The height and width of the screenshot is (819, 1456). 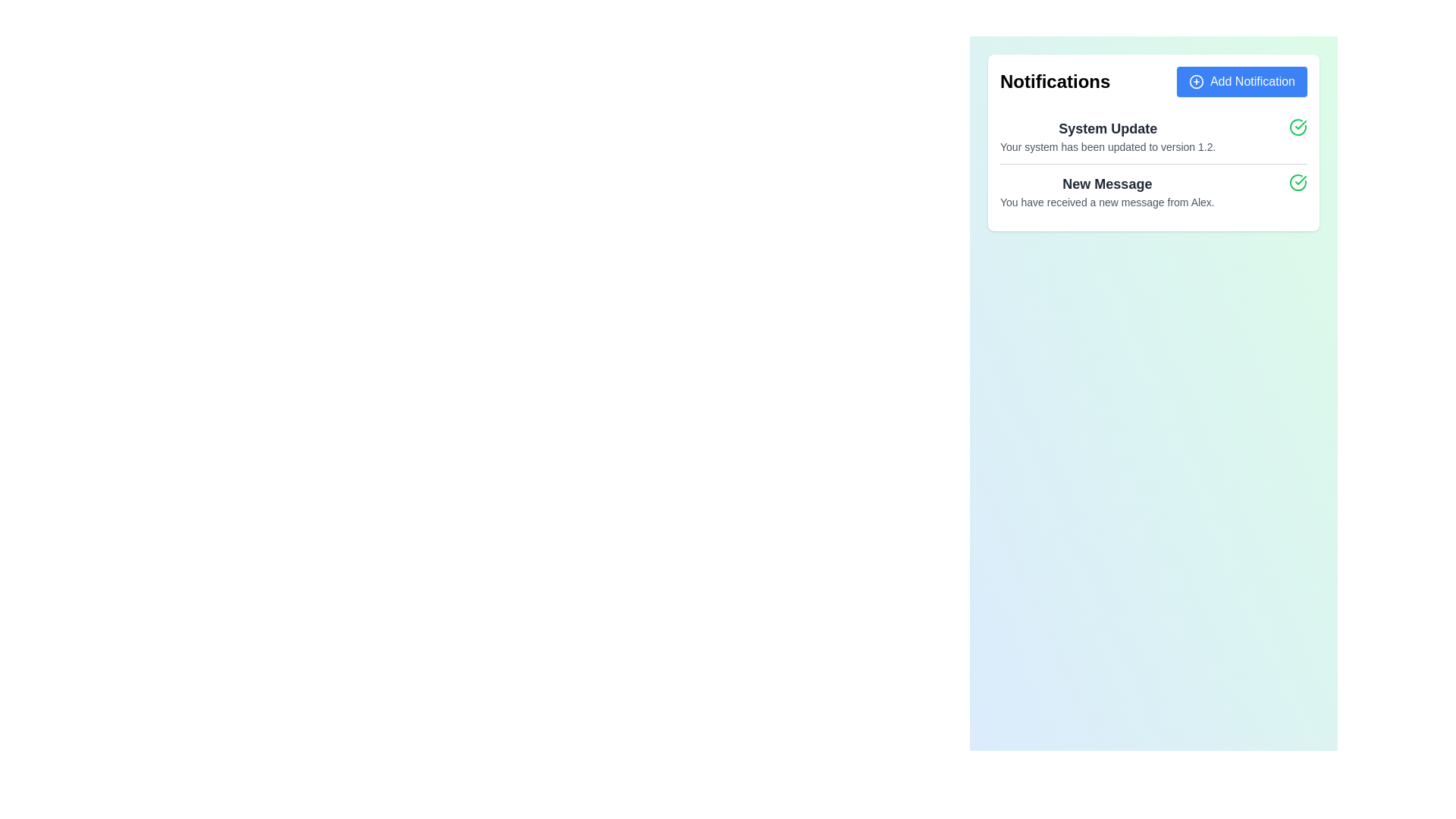 I want to click on the text label that reads 'Your system has been updated to version 1.2.', which is styled in light gray and located directly below the 'System Update' header within the notification card, so click(x=1108, y=146).